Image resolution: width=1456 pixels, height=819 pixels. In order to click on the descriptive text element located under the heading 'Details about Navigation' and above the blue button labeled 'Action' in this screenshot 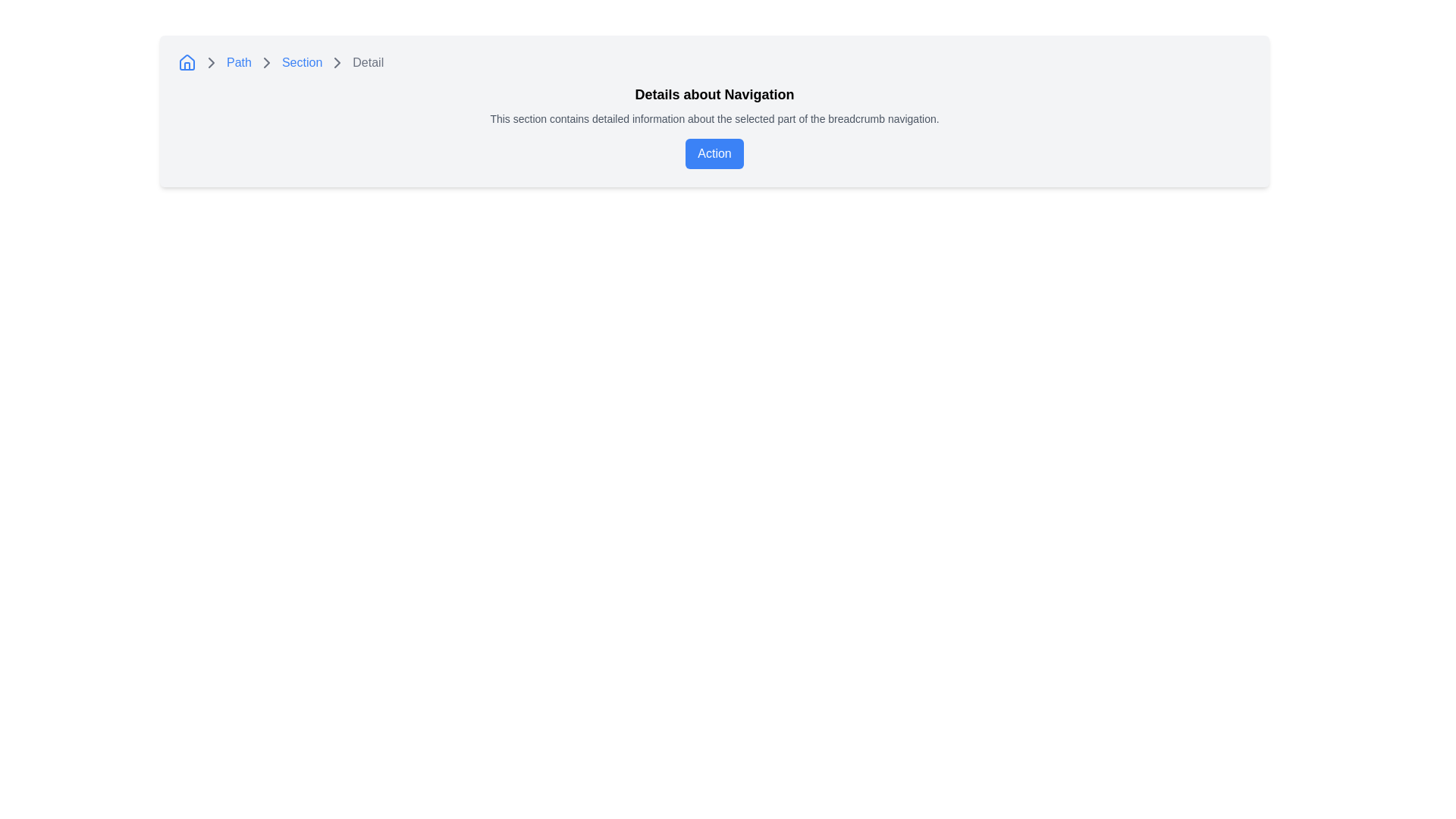, I will do `click(714, 118)`.